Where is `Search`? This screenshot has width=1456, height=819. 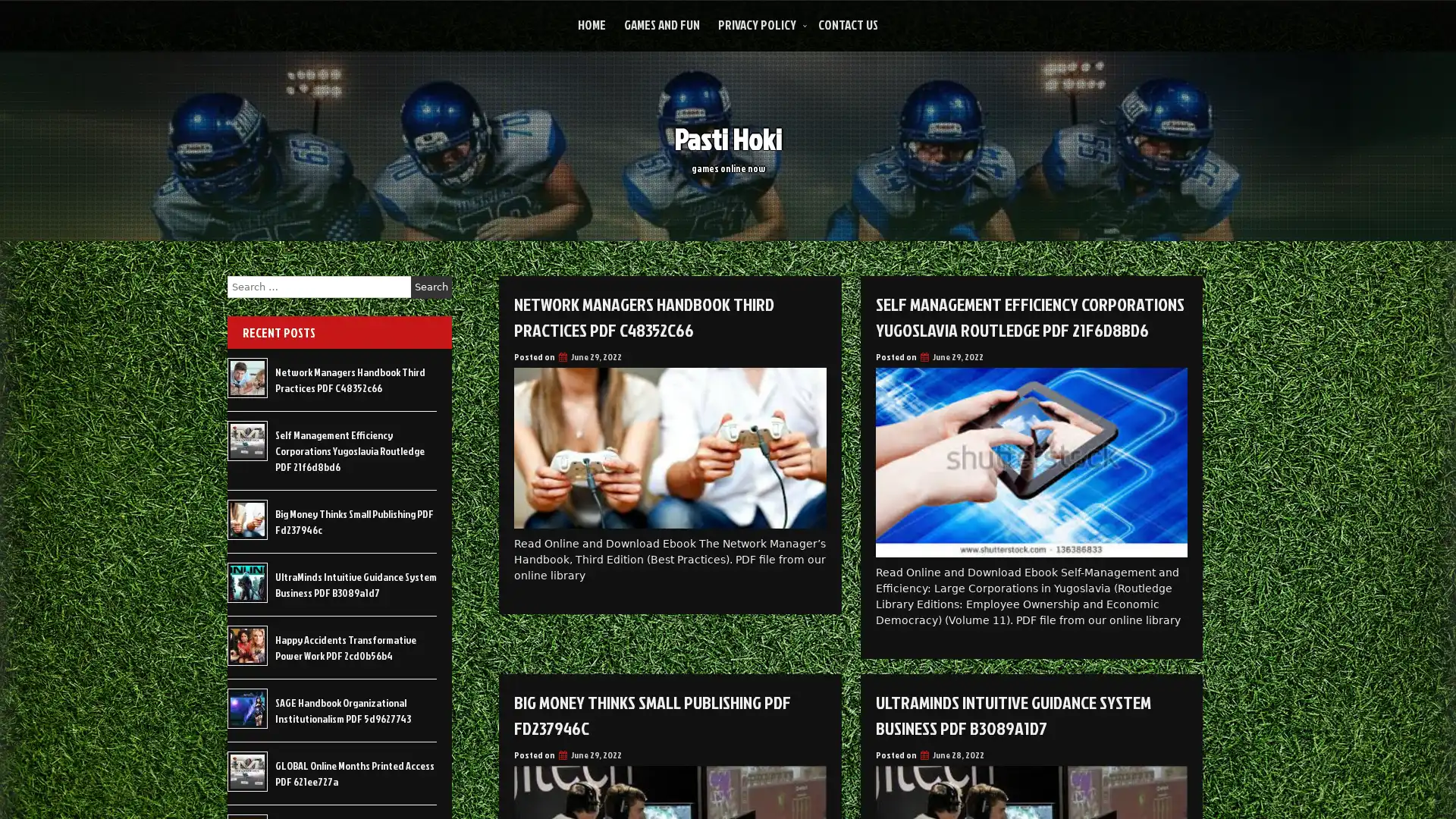
Search is located at coordinates (431, 287).